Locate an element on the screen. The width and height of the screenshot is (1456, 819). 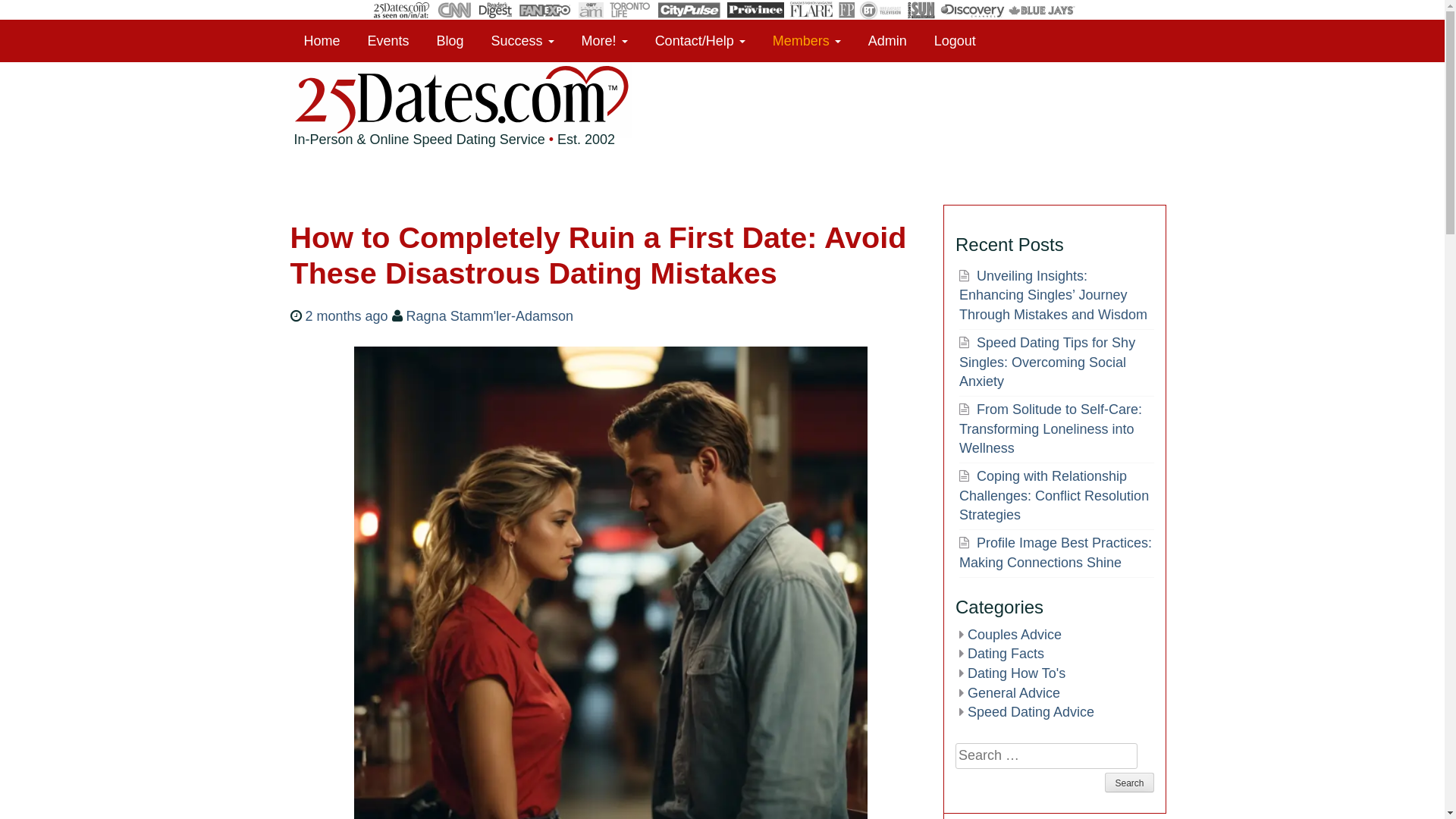
'Members' is located at coordinates (806, 40).